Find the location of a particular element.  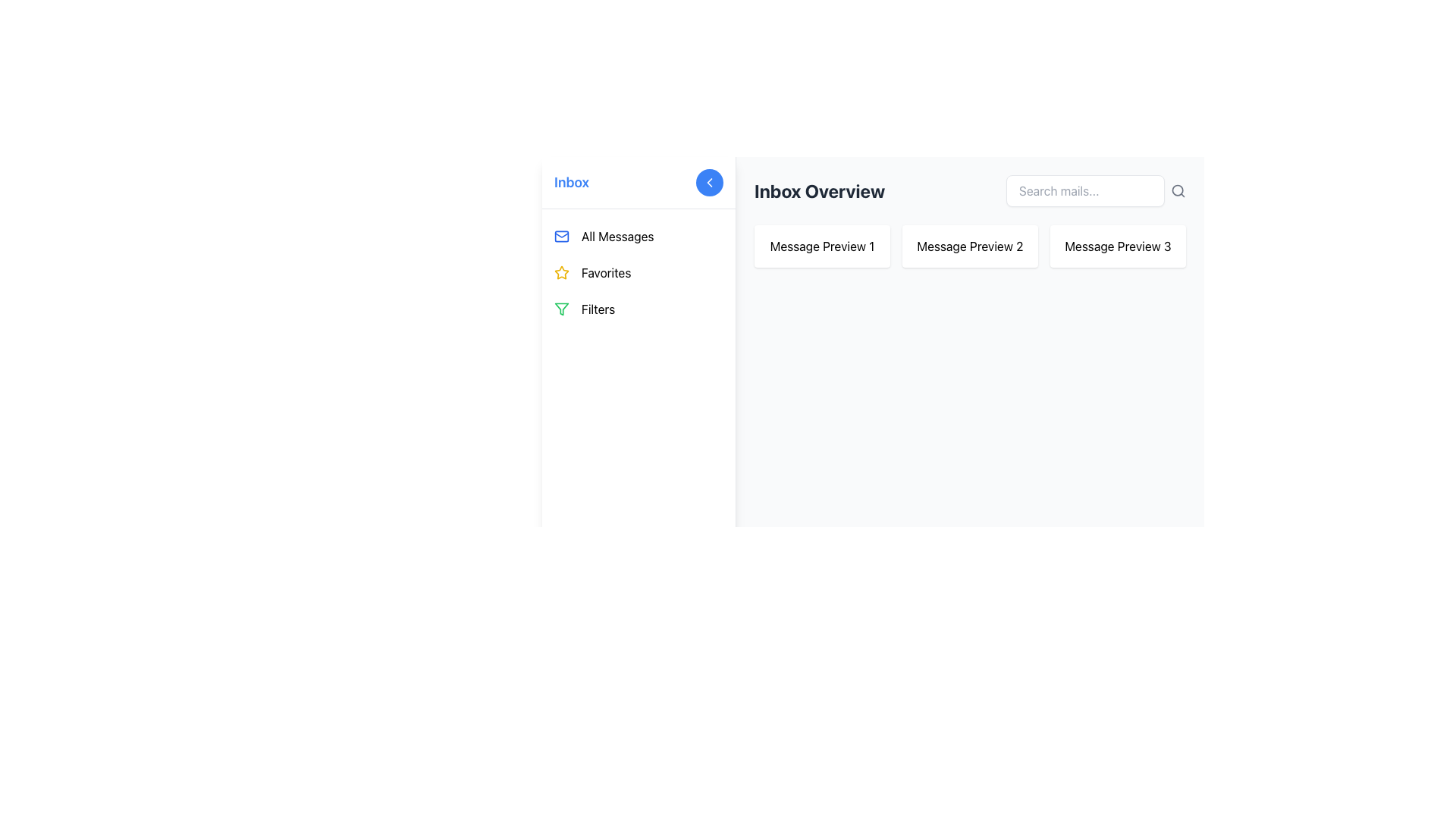

the 'Inbox' text label displayed in bold, blue font at the top of the section is located at coordinates (570, 181).